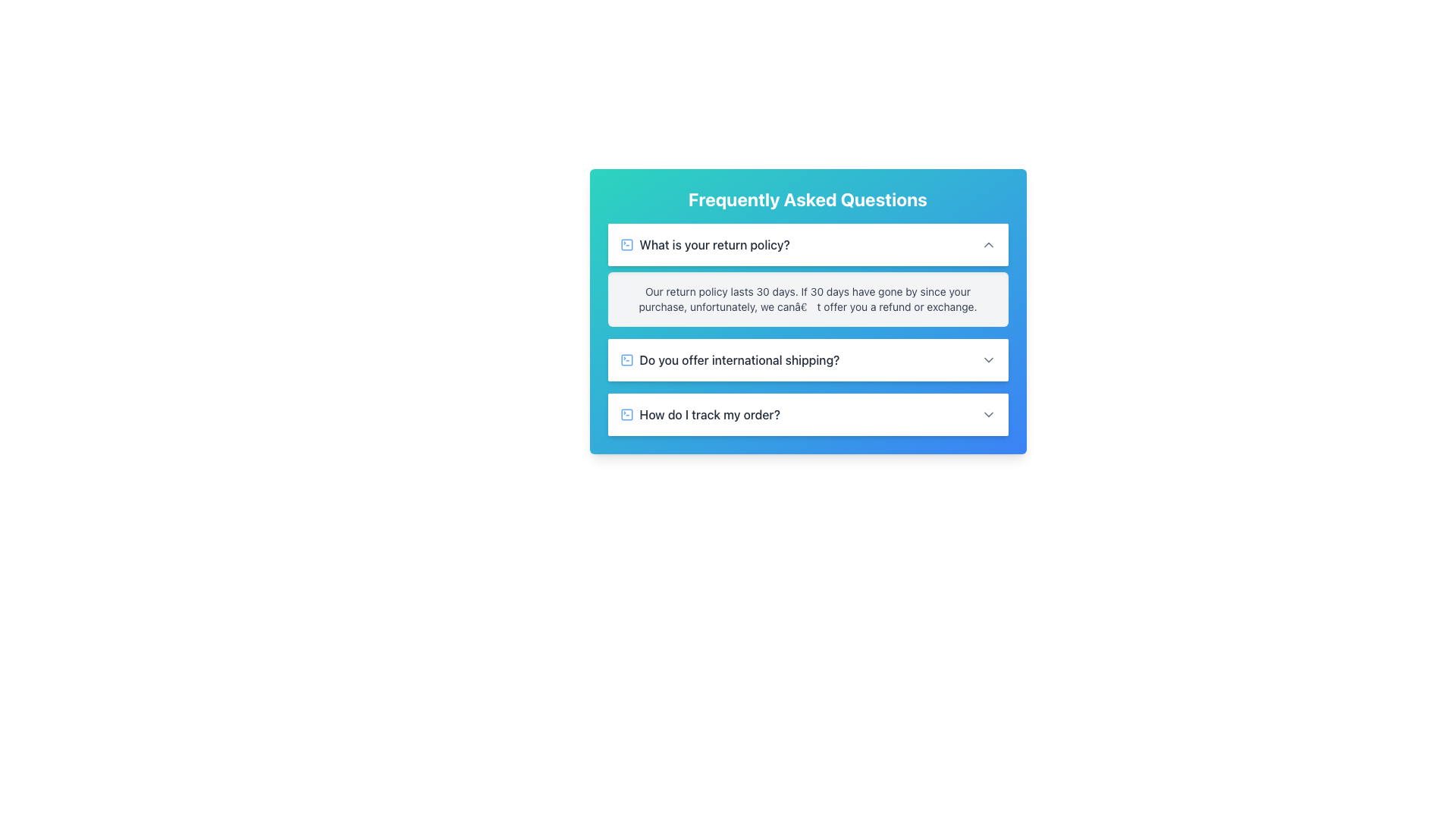 The image size is (1456, 819). What do you see at coordinates (698, 415) in the screenshot?
I see `the 'How do I track my order?' button, which features a blue terminal icon on the left and is part of the Frequently Asked Questions section` at bounding box center [698, 415].